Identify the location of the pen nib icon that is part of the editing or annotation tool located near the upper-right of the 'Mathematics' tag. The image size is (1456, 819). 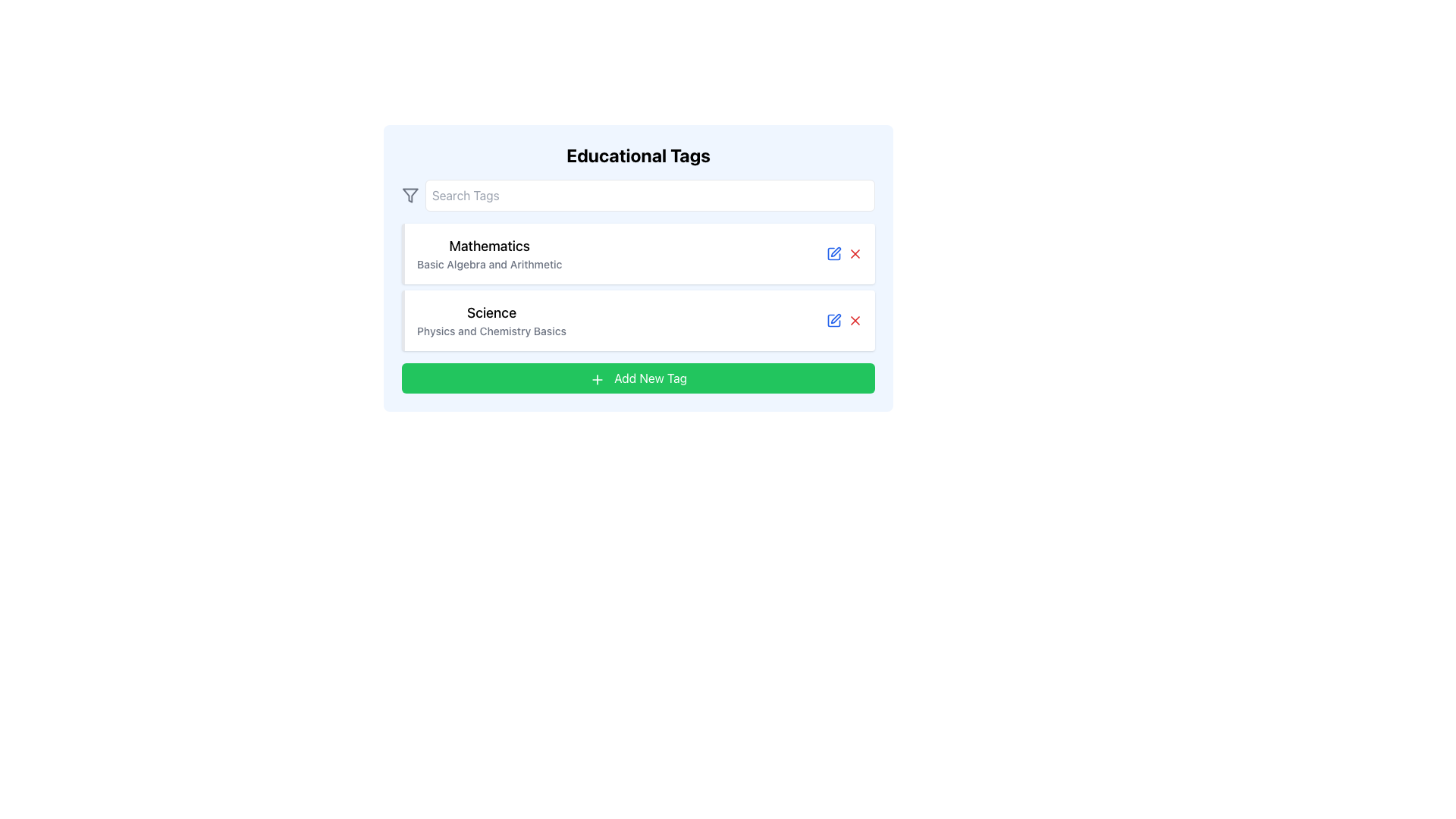
(835, 251).